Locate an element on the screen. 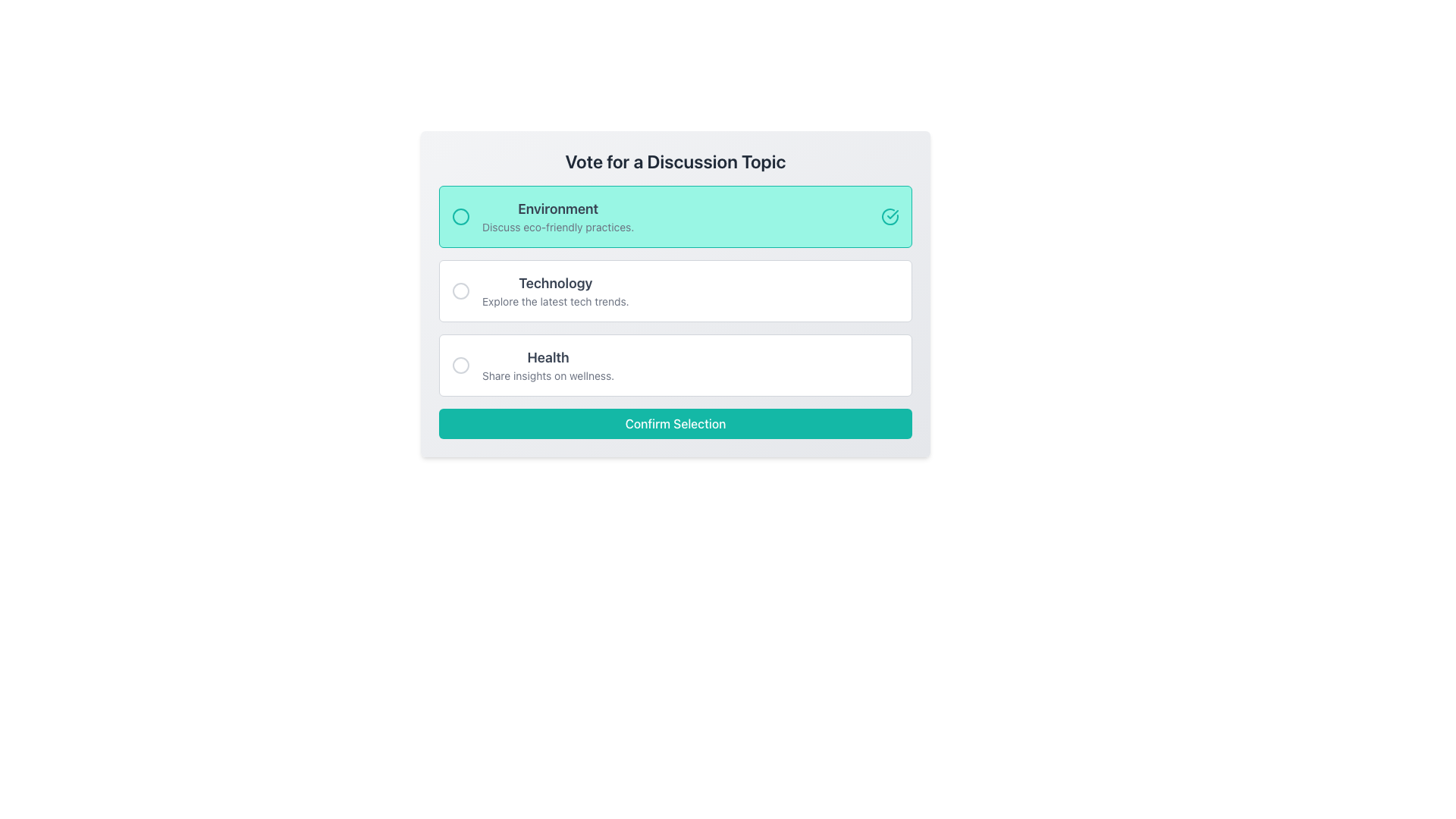 Image resolution: width=1456 pixels, height=819 pixels. text within the first selectable list item titled 'Environment' which discusses eco-friendly practices is located at coordinates (557, 216).